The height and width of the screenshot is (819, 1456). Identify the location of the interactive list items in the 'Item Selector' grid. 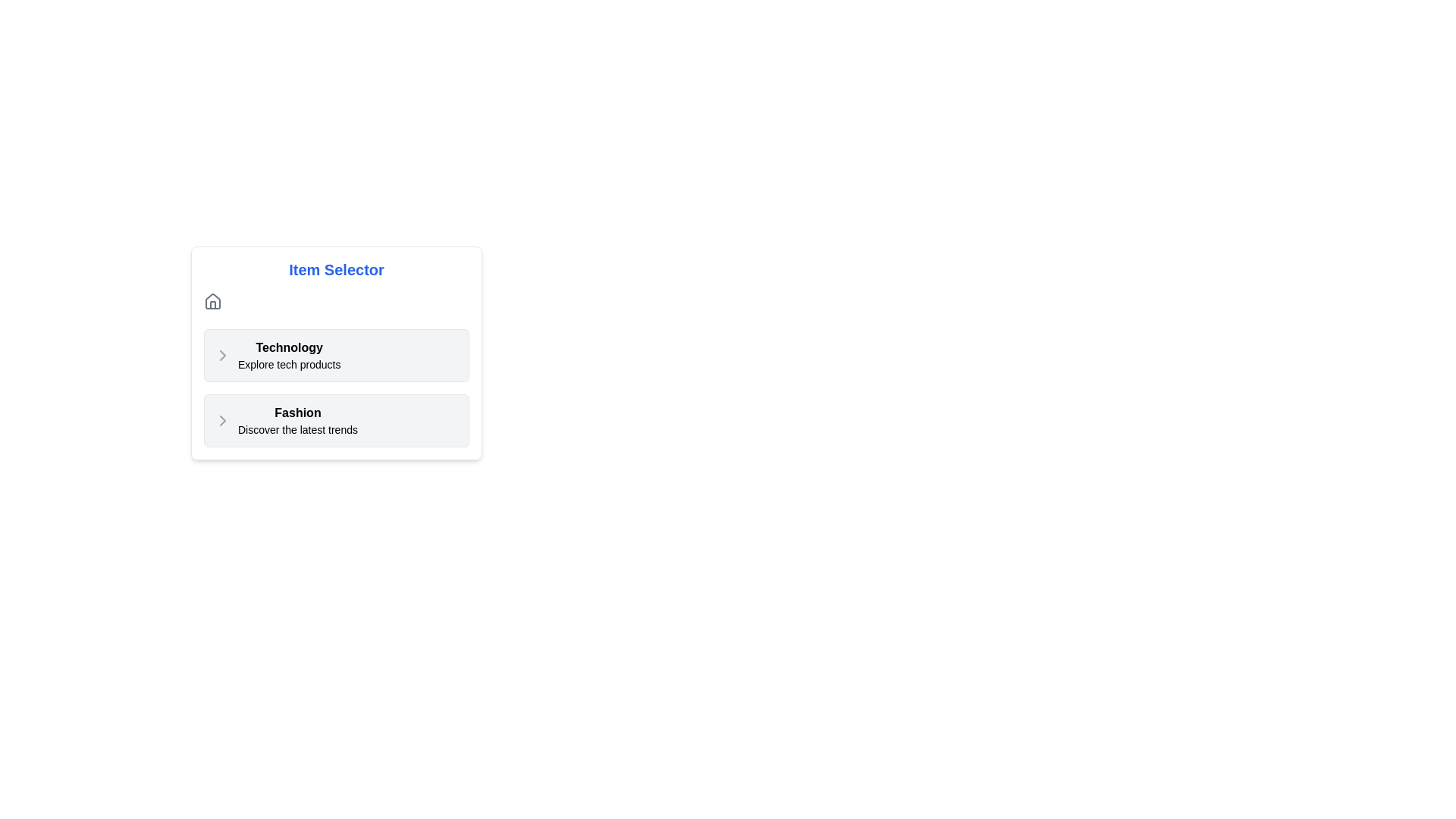
(336, 388).